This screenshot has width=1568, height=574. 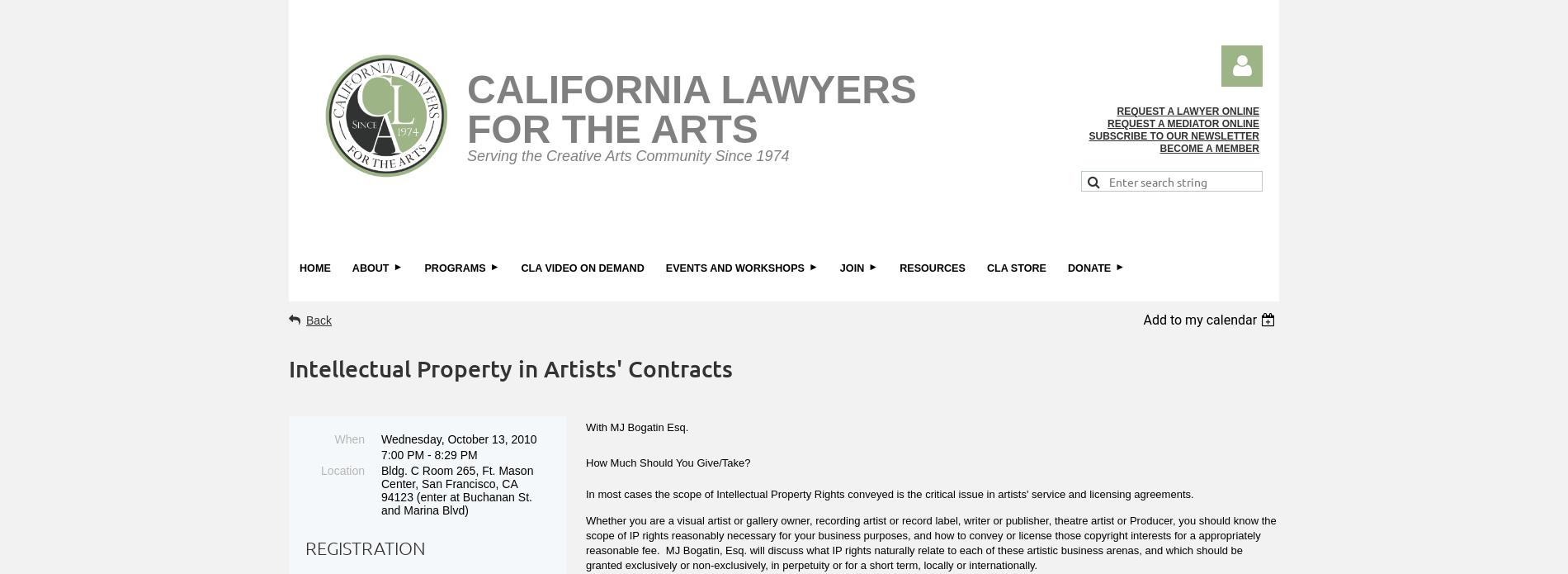 I want to click on 'Programs', so click(x=455, y=268).